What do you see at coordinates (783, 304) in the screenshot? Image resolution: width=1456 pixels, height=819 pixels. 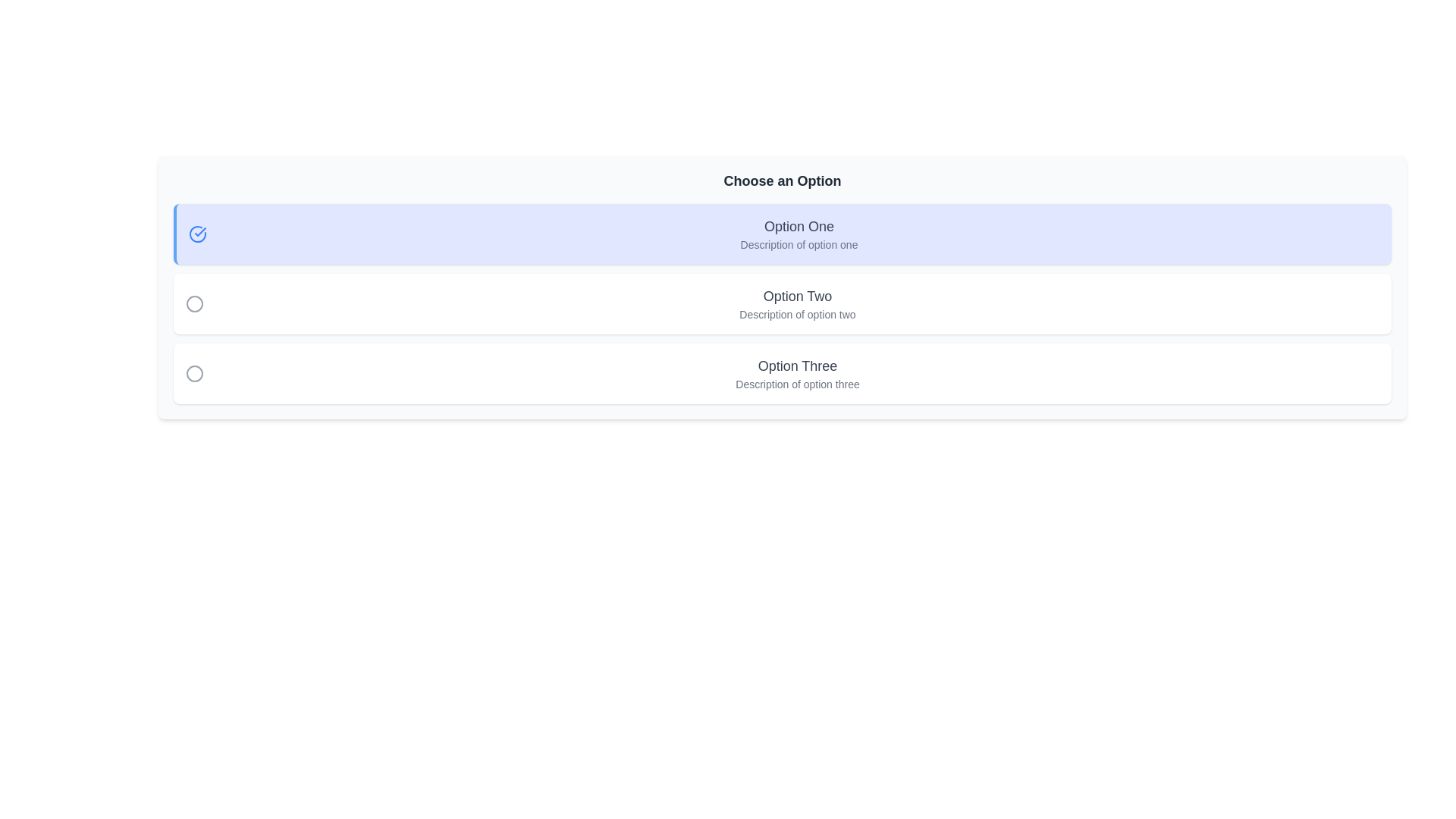 I see `the 'Option Two' button, which is a rectangular button with a white background and rounded corners, containing the text 'Option Two' and an empty circular icon to its left` at bounding box center [783, 304].